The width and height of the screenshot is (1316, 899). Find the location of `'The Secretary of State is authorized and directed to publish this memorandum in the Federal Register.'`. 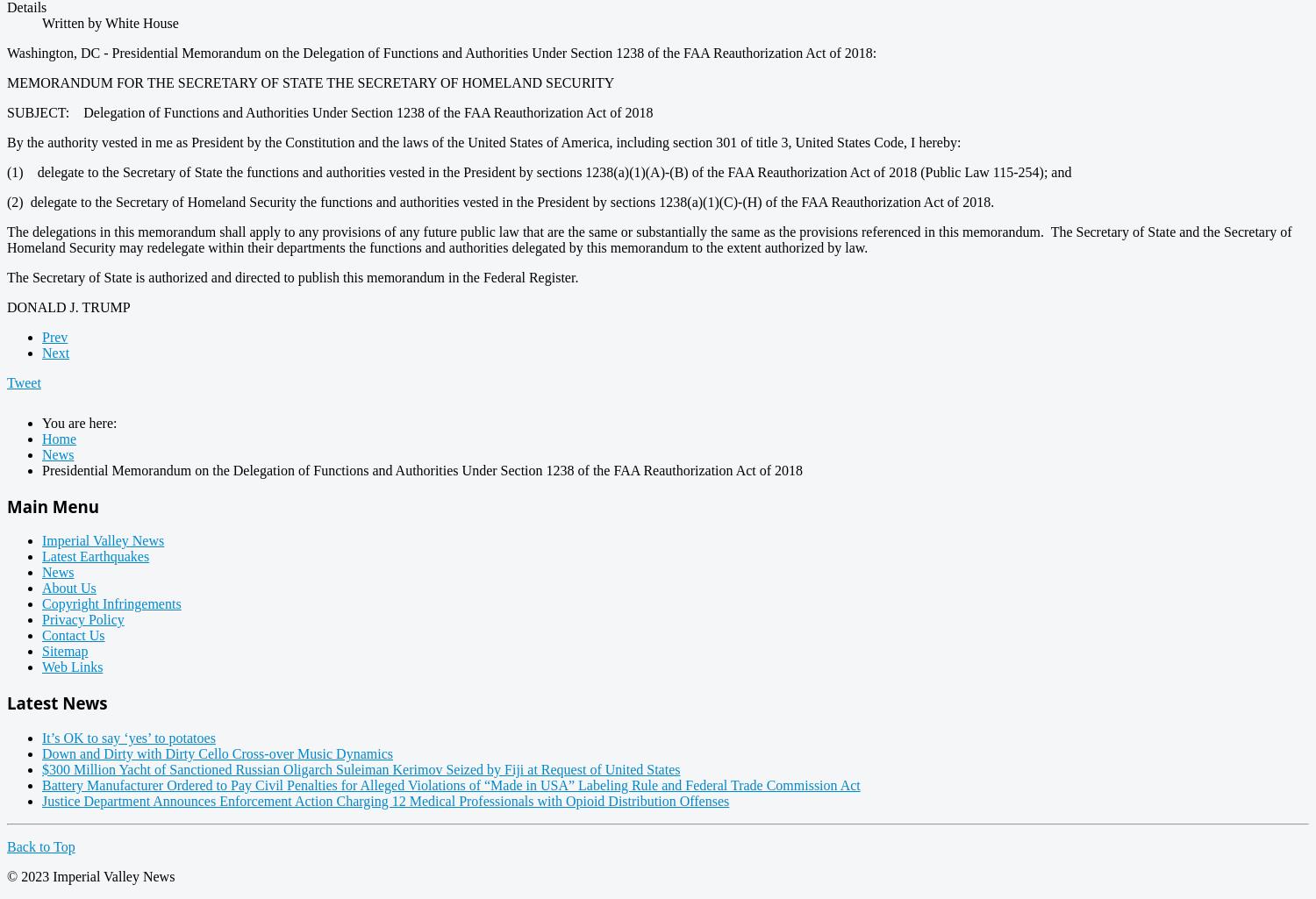

'The Secretary of State is authorized and directed to publish this memorandum in the Federal Register.' is located at coordinates (291, 276).